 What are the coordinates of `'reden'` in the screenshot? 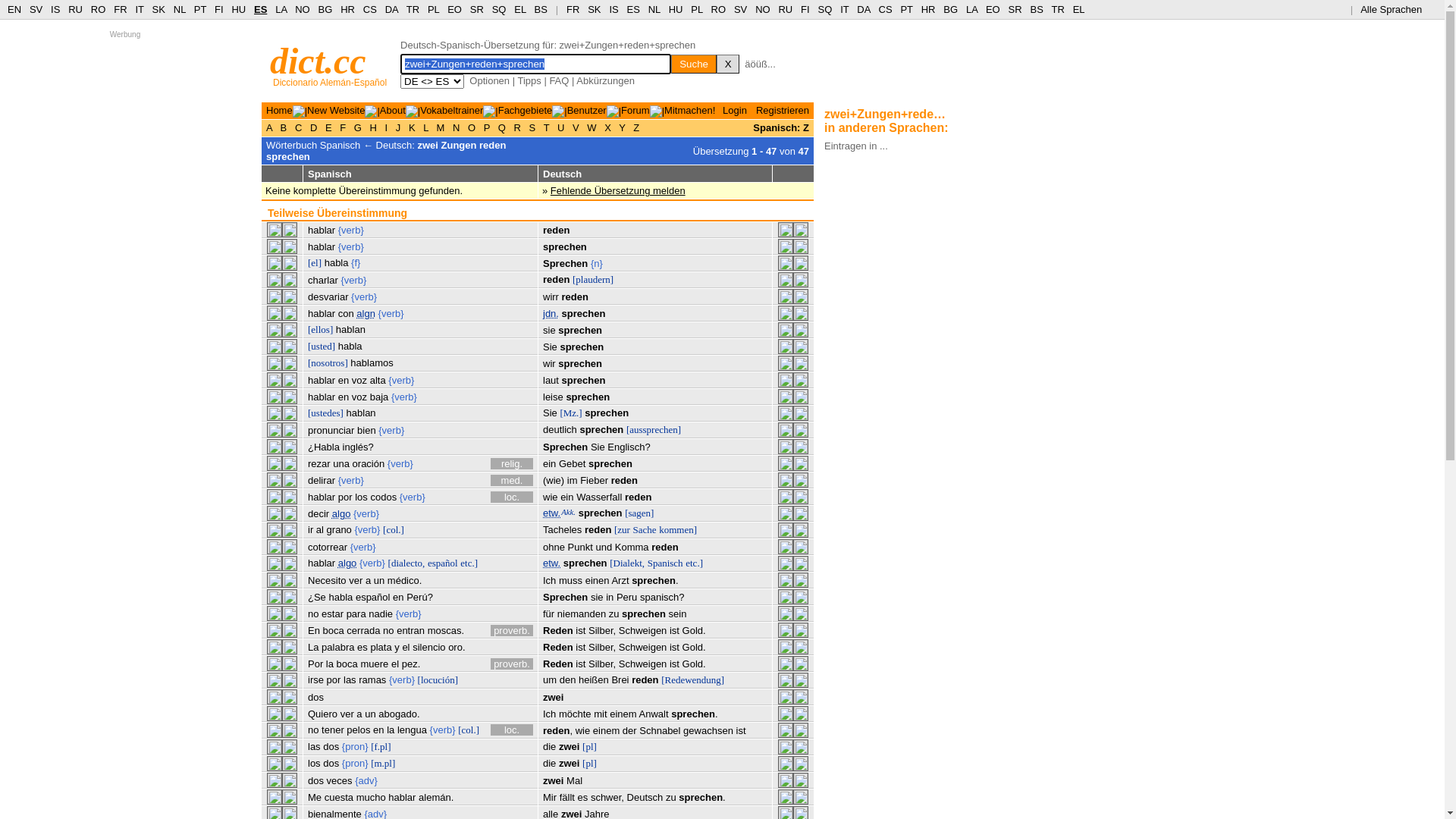 It's located at (597, 529).